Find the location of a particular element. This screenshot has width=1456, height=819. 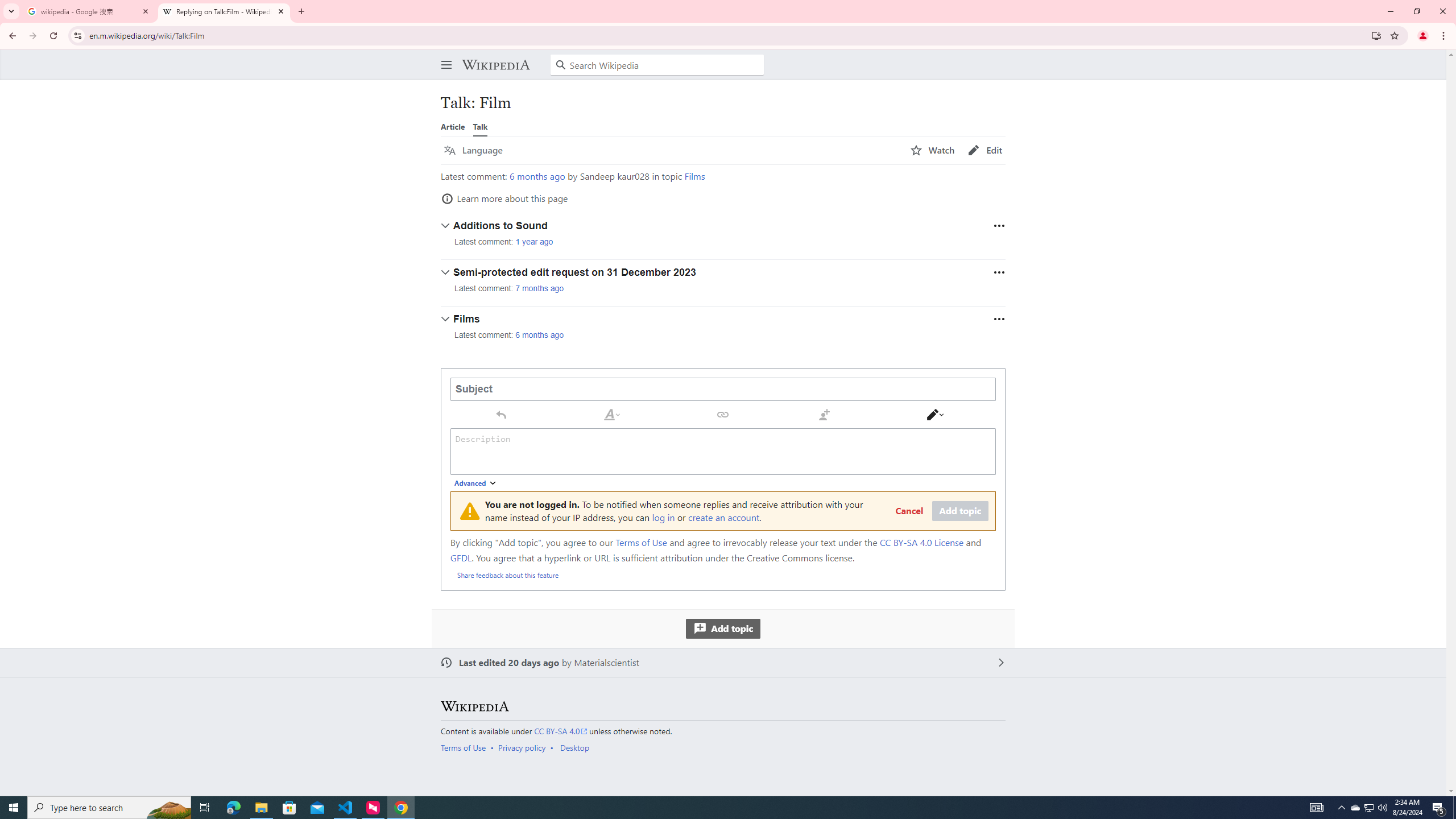

'Learn more about this page' is located at coordinates (504, 198).